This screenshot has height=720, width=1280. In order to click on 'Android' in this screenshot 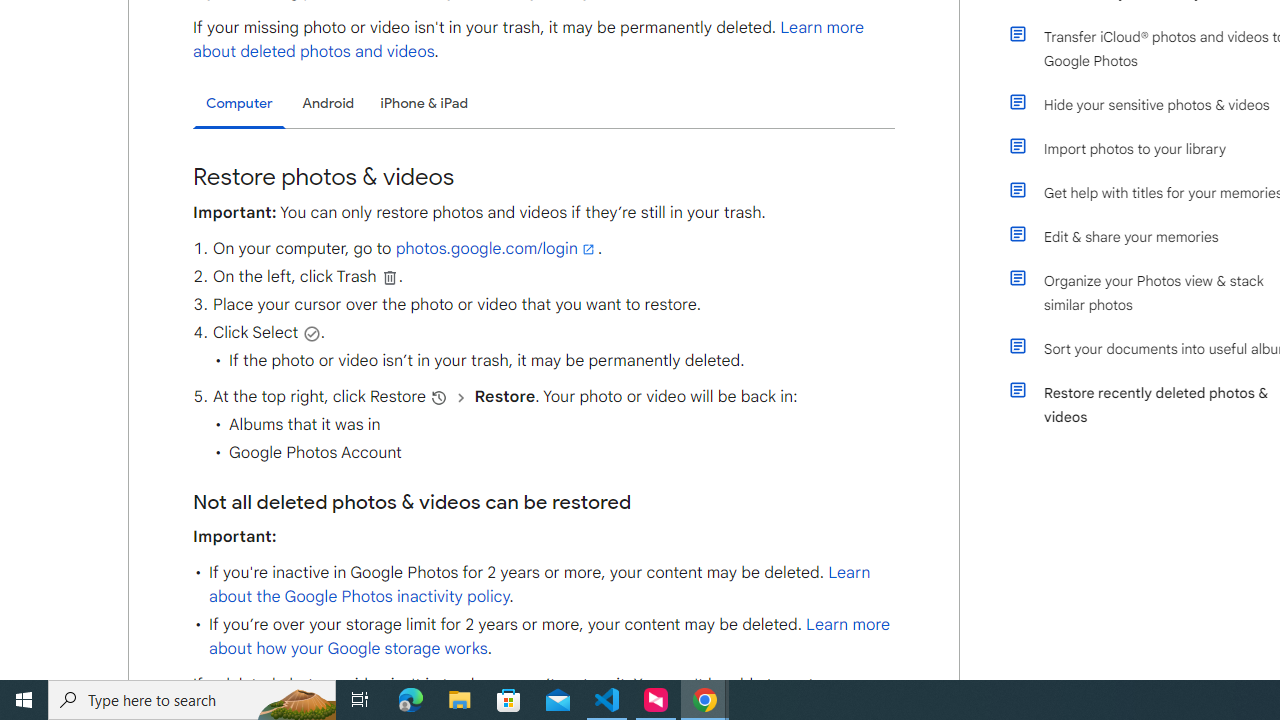, I will do `click(328, 103)`.